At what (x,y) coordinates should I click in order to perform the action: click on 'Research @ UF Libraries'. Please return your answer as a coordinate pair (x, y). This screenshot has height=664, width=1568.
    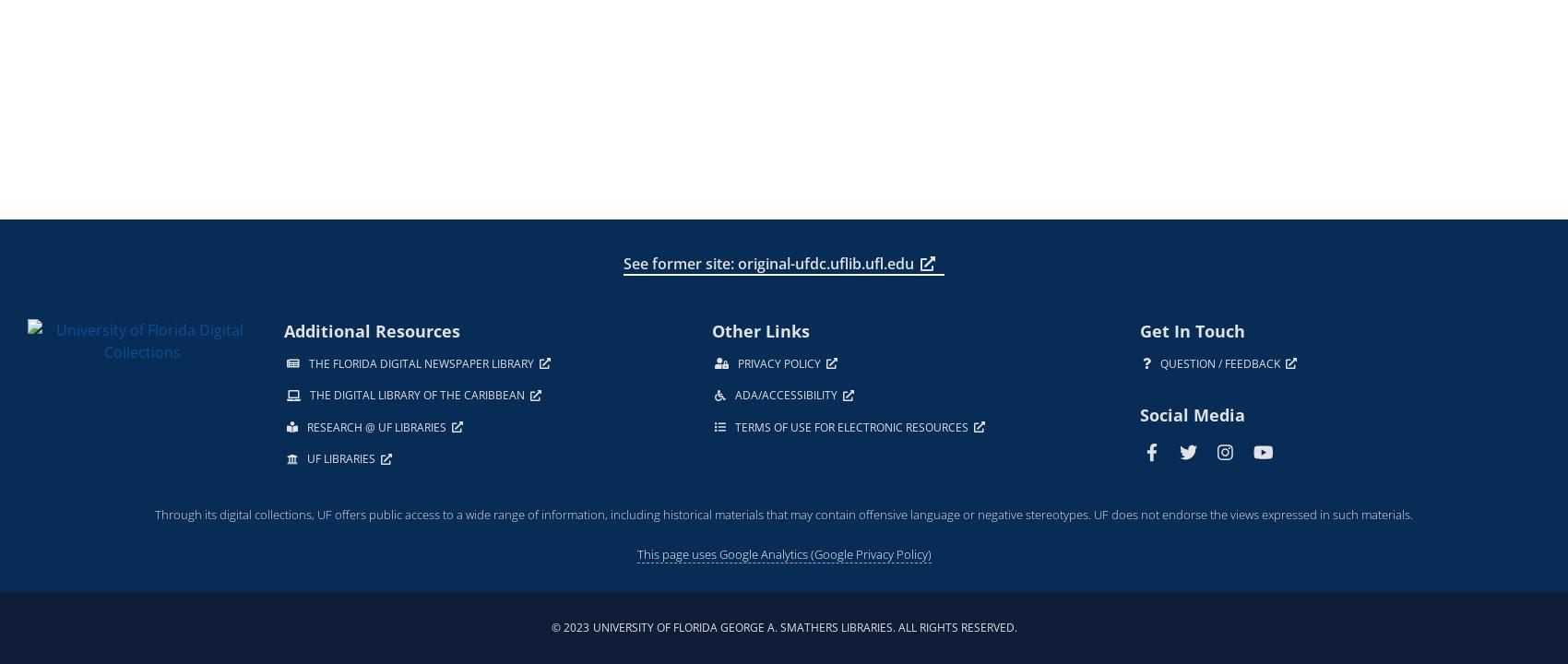
    Looking at the image, I should click on (375, 426).